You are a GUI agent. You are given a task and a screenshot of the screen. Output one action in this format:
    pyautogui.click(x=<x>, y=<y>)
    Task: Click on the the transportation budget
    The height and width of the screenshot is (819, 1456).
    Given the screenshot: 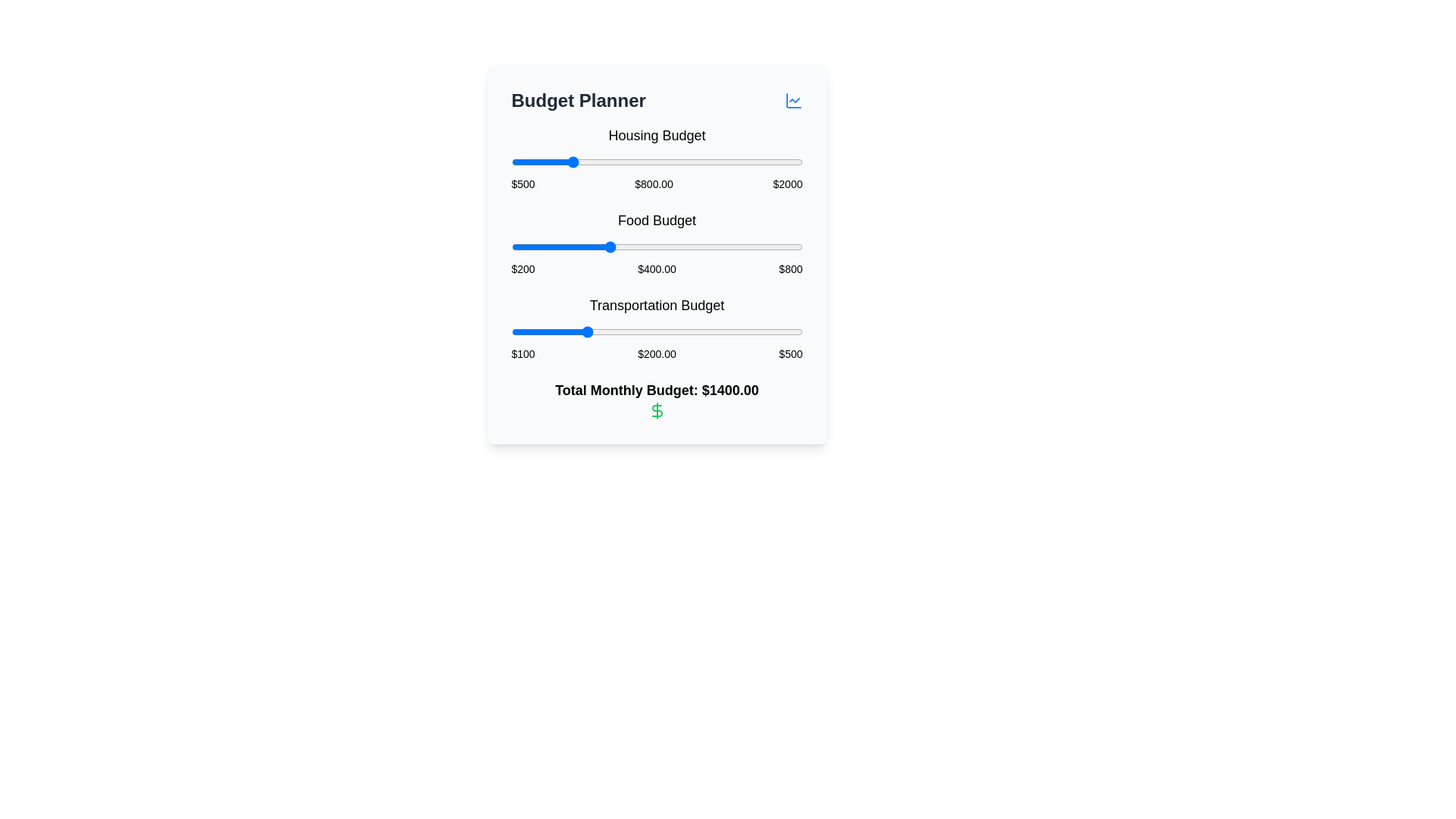 What is the action you would take?
    pyautogui.click(x=645, y=331)
    